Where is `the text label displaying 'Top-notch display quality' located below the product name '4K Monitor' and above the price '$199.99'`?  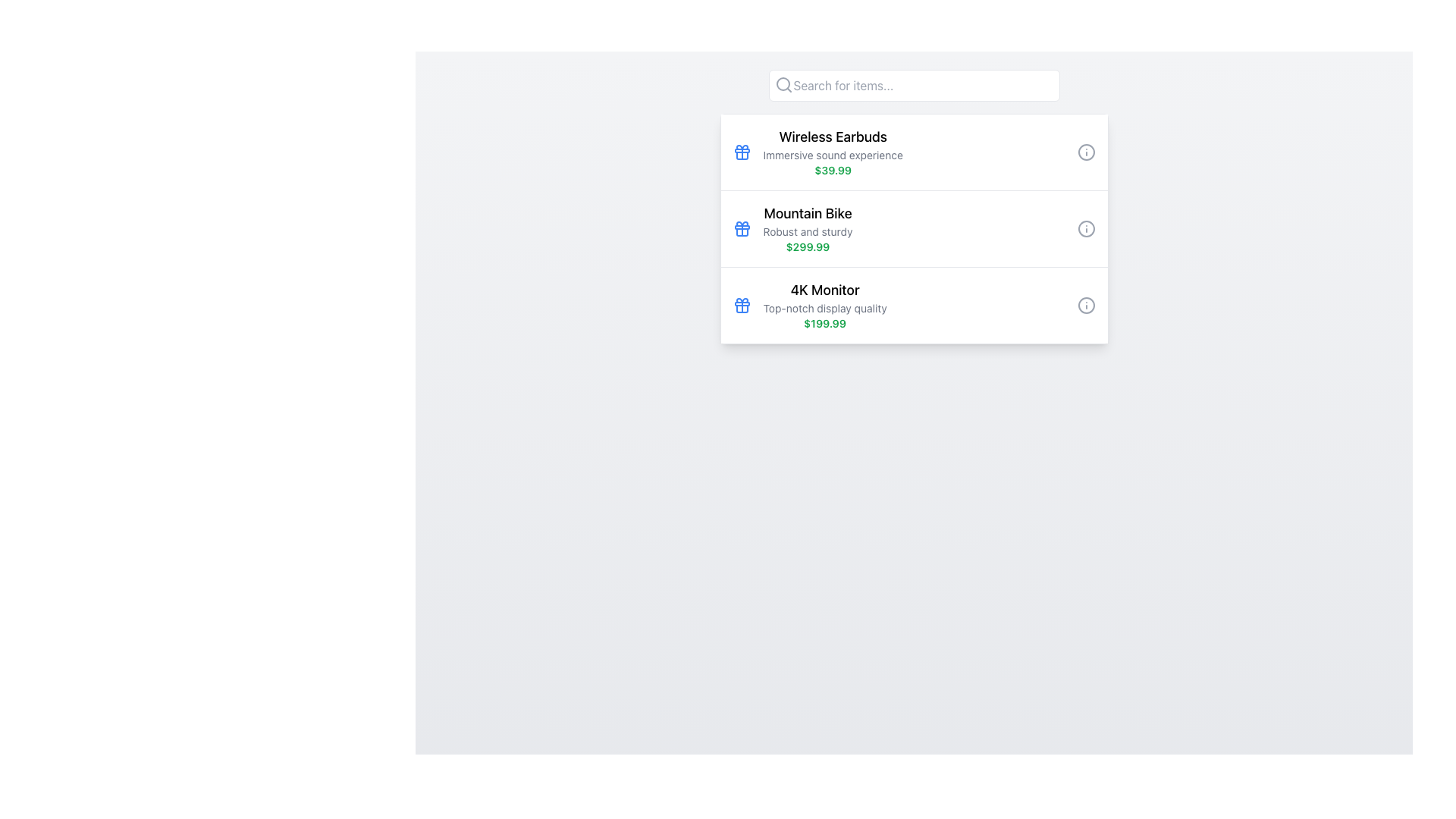 the text label displaying 'Top-notch display quality' located below the product name '4K Monitor' and above the price '$199.99' is located at coordinates (824, 308).